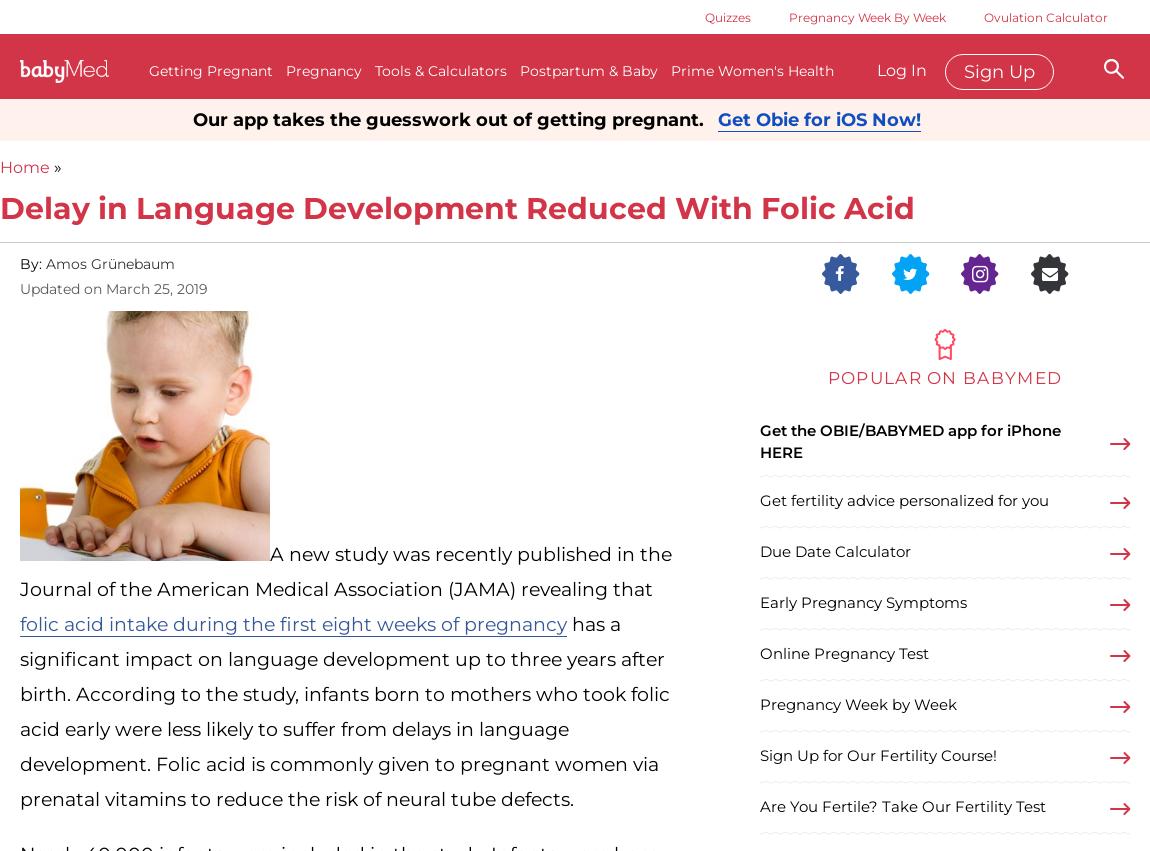 This screenshot has width=1150, height=851. What do you see at coordinates (843, 652) in the screenshot?
I see `'Online Pregnancy Test'` at bounding box center [843, 652].